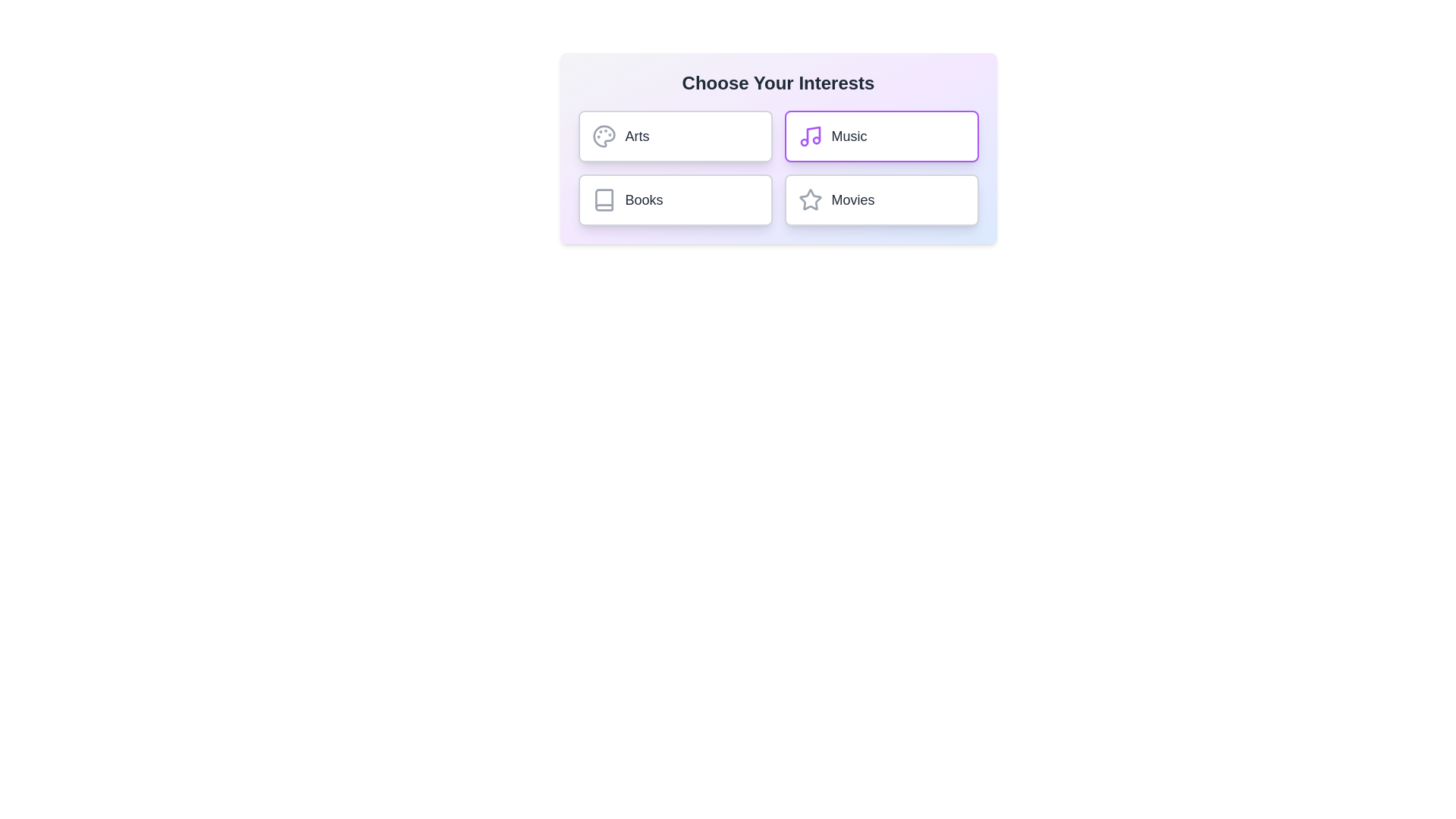 The height and width of the screenshot is (819, 1456). What do you see at coordinates (881, 199) in the screenshot?
I see `the chip labeled Movies to observe its hover effect` at bounding box center [881, 199].